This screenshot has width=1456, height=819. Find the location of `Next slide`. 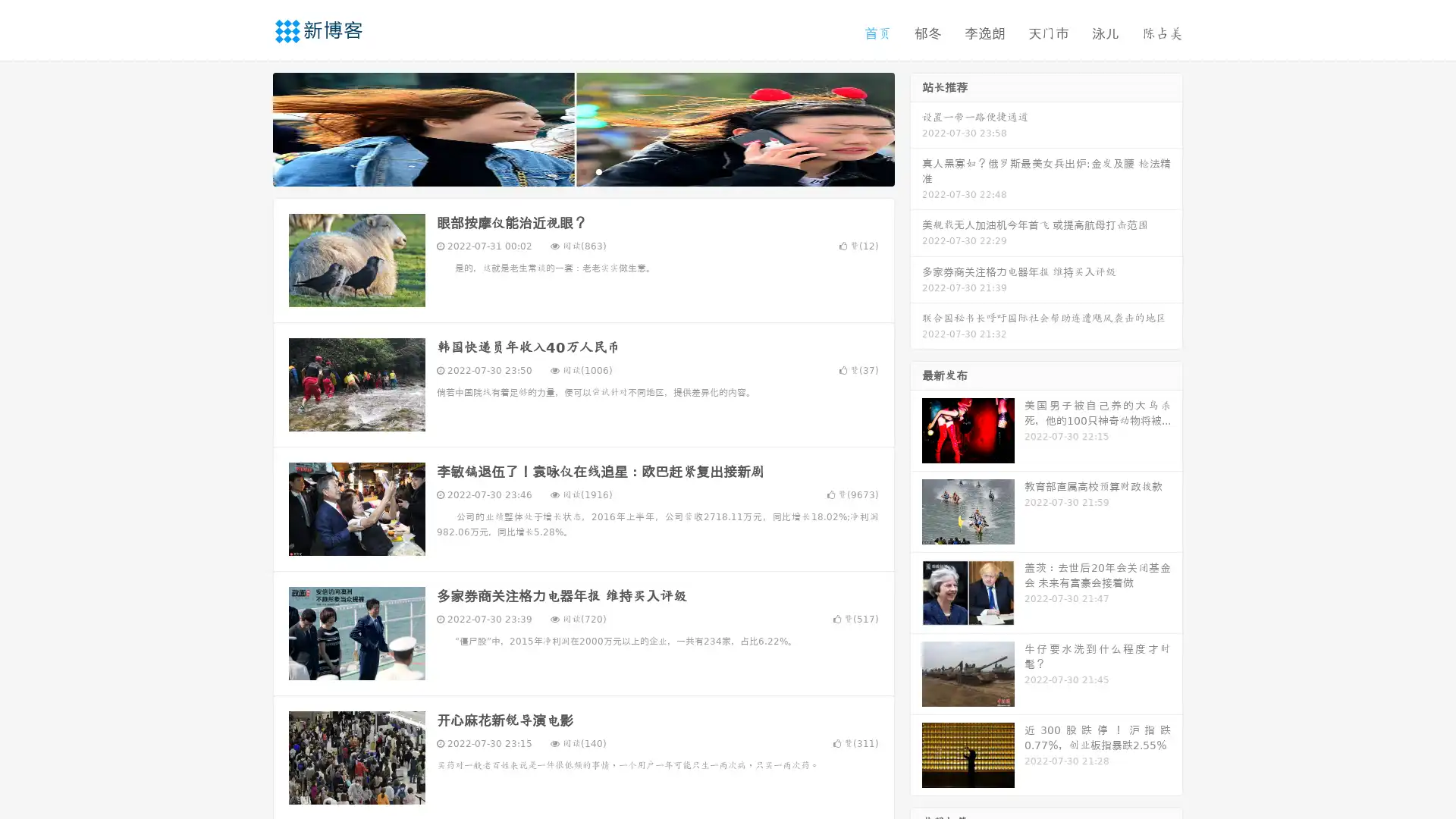

Next slide is located at coordinates (916, 127).